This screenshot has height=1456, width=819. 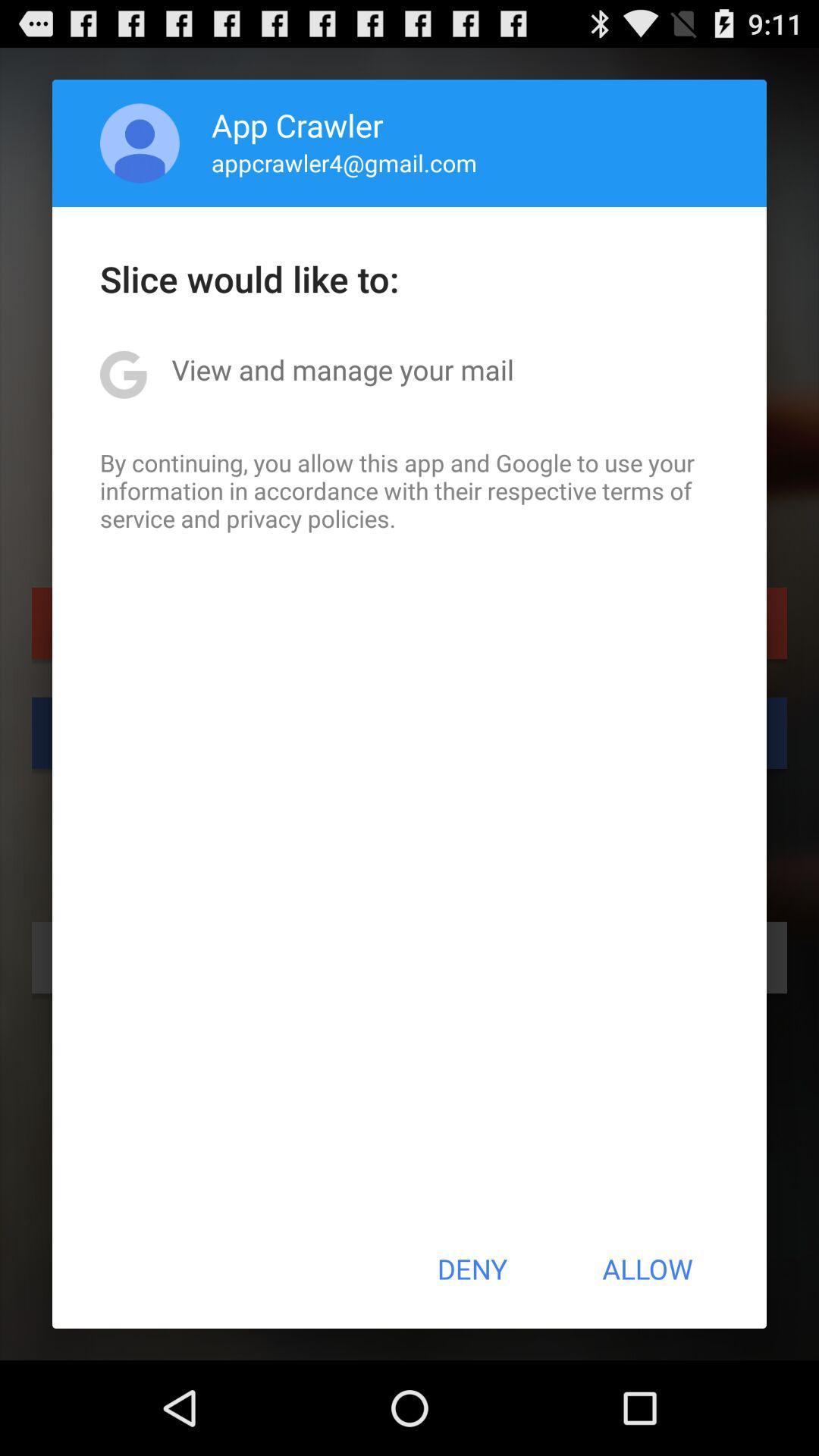 I want to click on app crawler item, so click(x=297, y=124).